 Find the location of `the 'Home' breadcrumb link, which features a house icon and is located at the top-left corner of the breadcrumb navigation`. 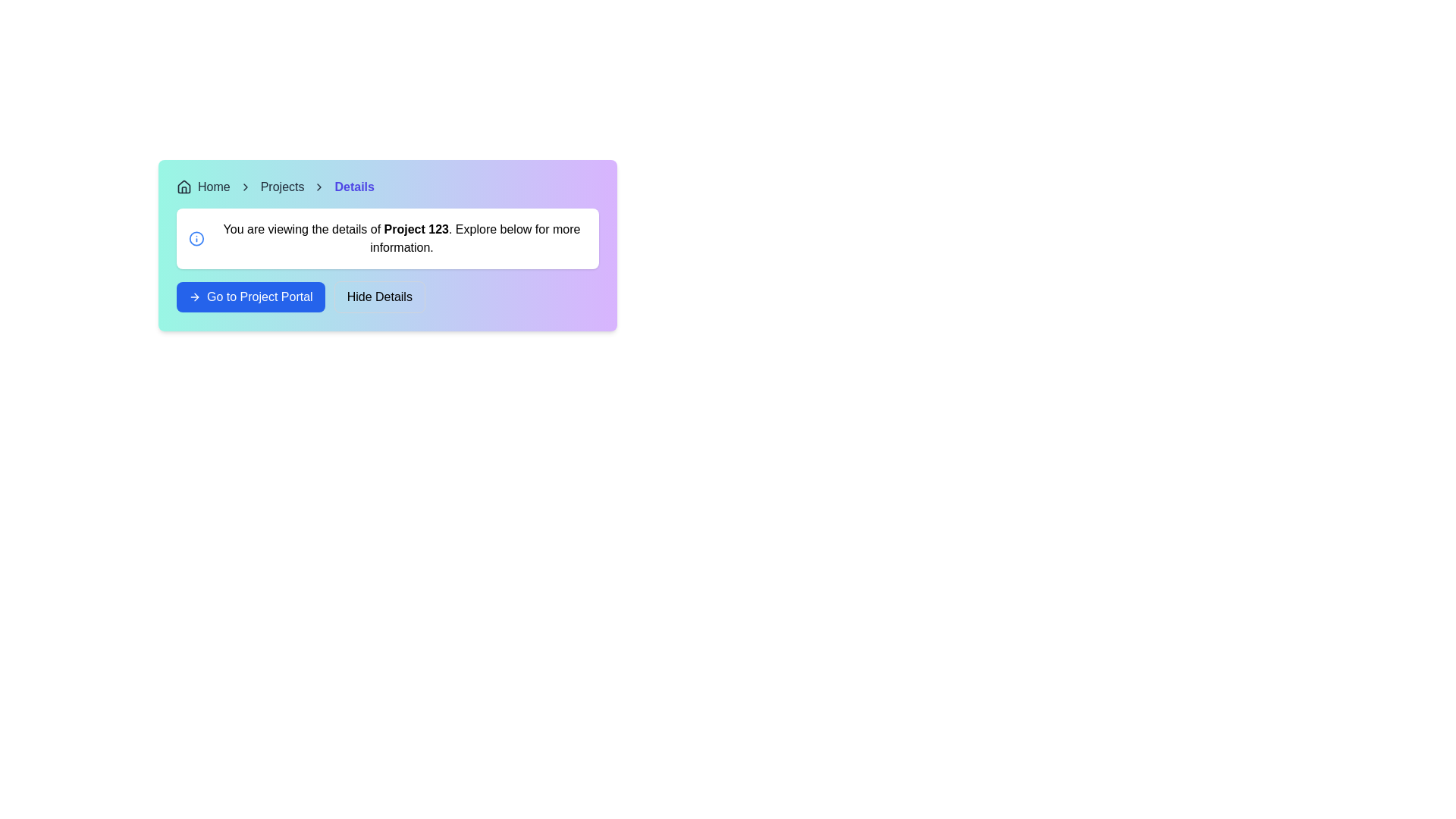

the 'Home' breadcrumb link, which features a house icon and is located at the top-left corner of the breadcrumb navigation is located at coordinates (202, 186).